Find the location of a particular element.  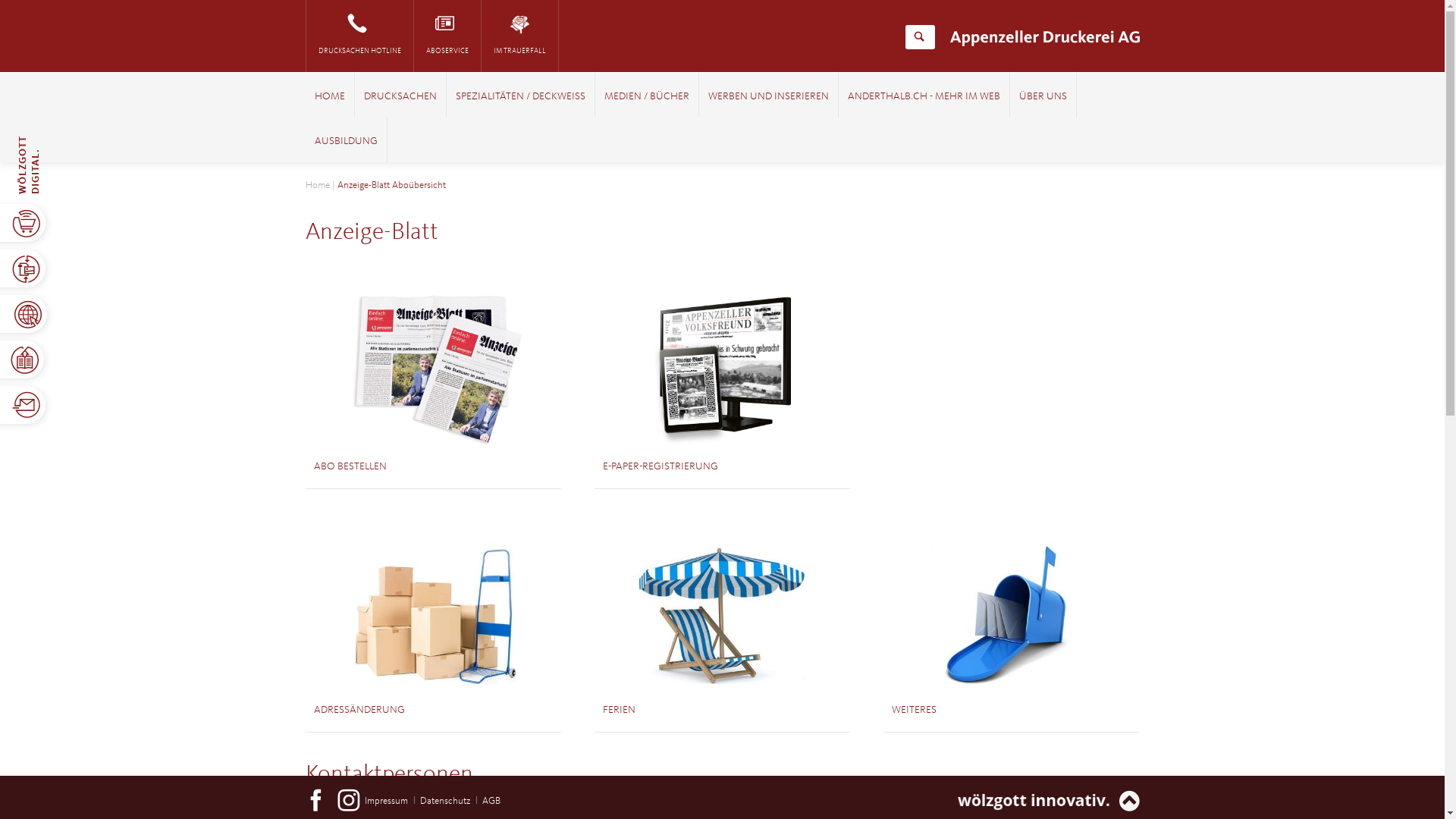

'AUSBILDUNG' is located at coordinates (344, 141).